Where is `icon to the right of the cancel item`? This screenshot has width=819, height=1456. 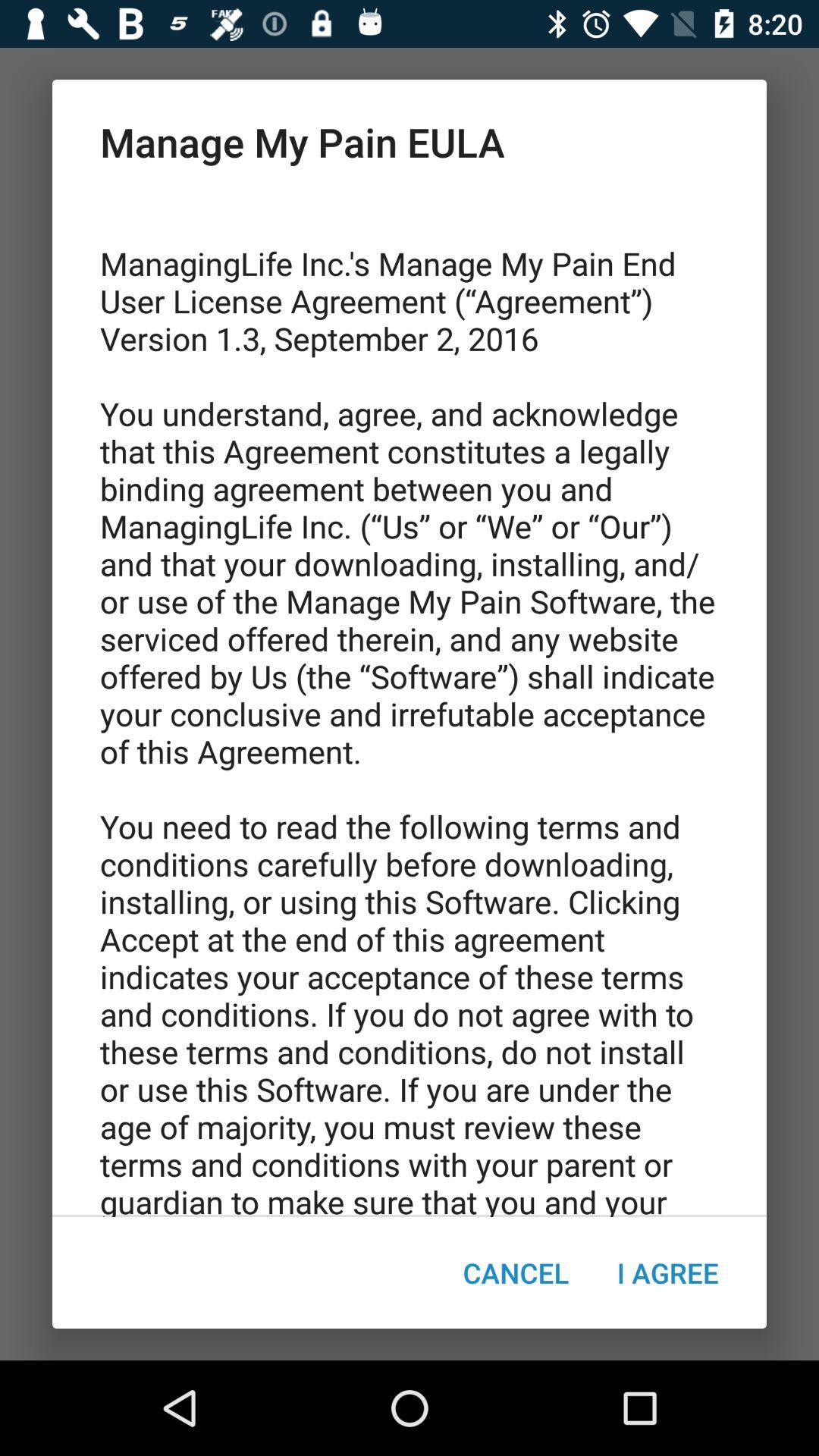
icon to the right of the cancel item is located at coordinates (667, 1272).